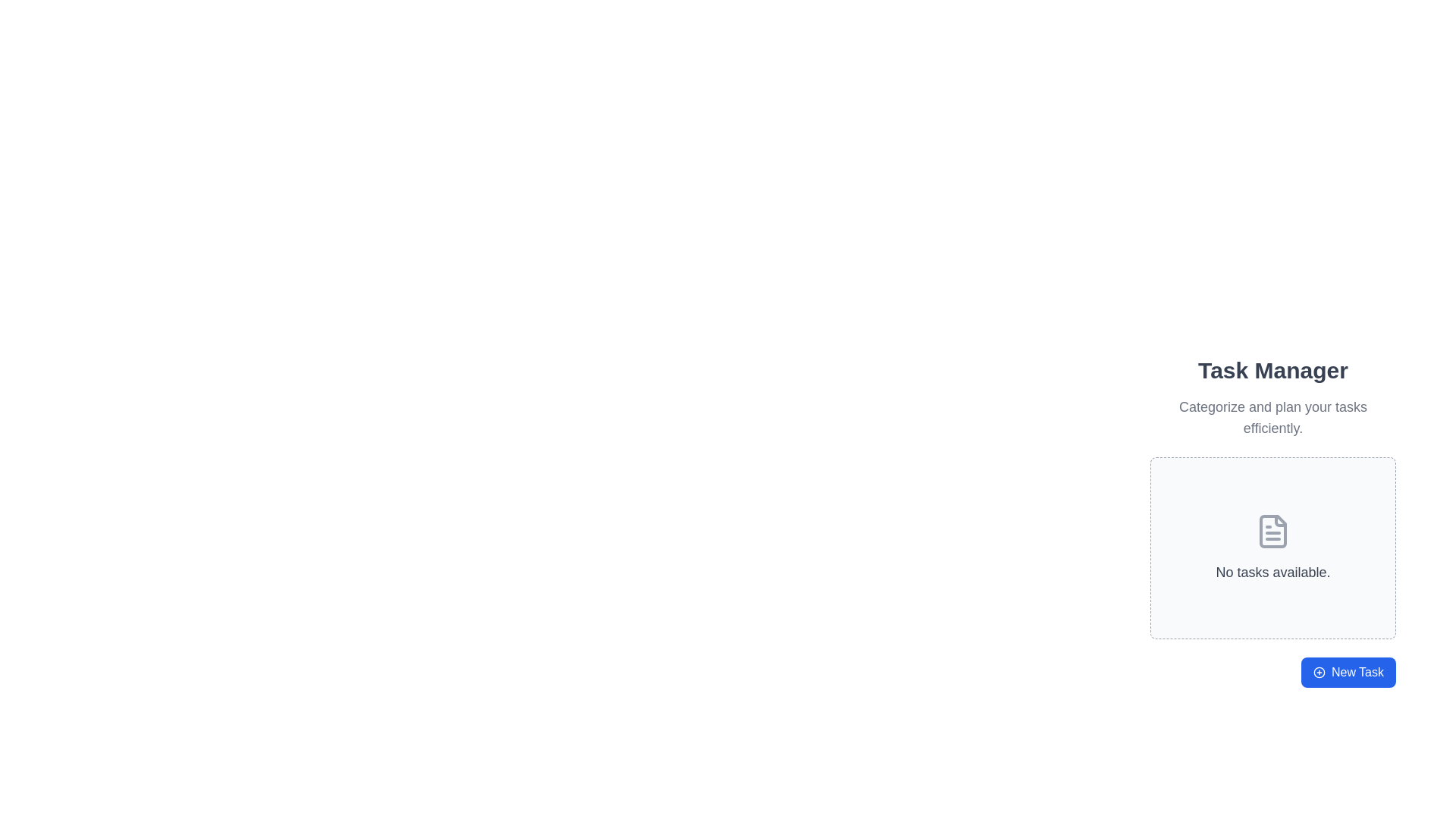 The image size is (1456, 819). Describe the element at coordinates (1318, 672) in the screenshot. I see `the circular icon located in the bottom-right section of the interface, which is part of the 'New Task' button, indicating a creation or addition action` at that location.